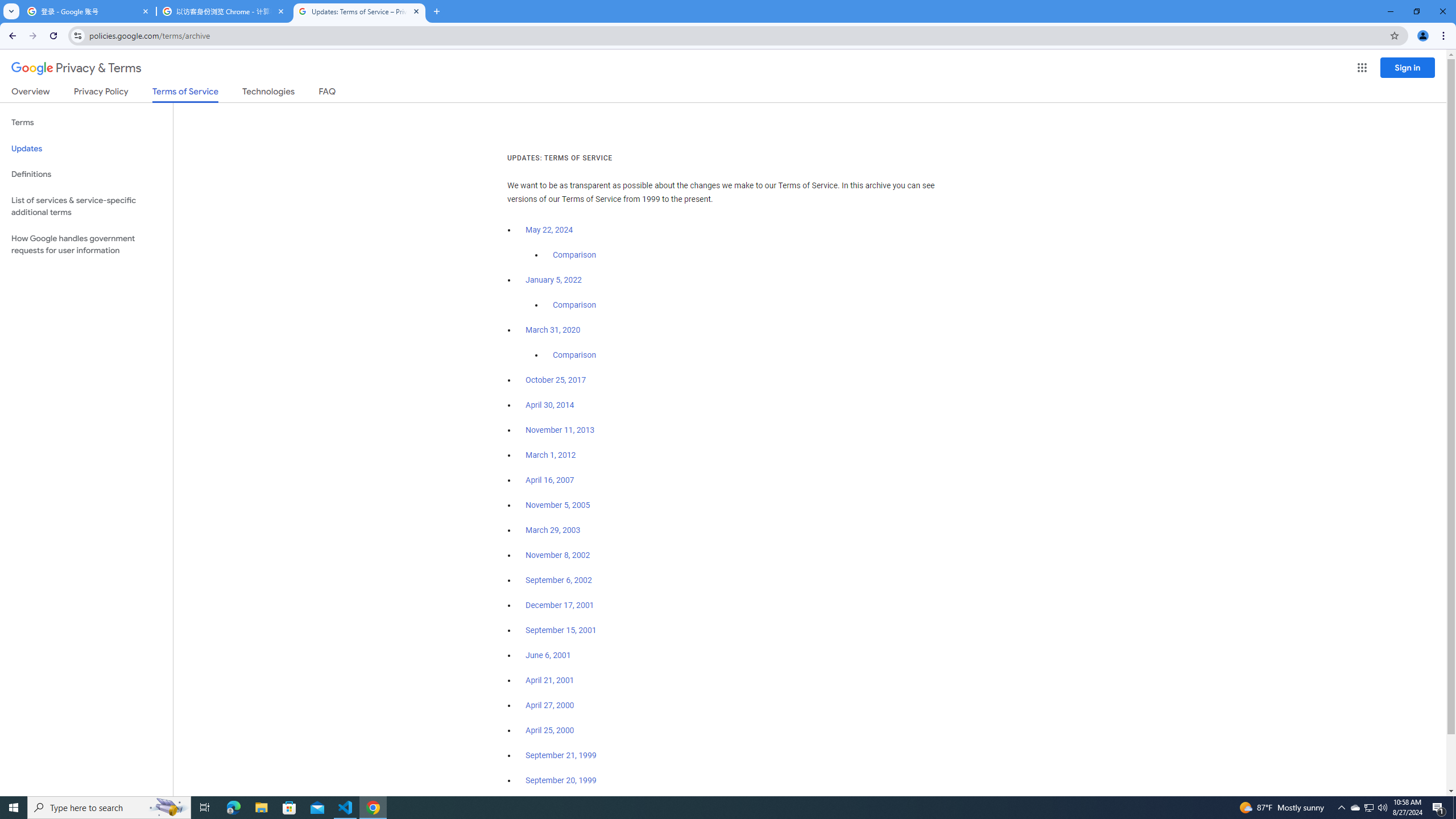 The height and width of the screenshot is (819, 1456). I want to click on 'December 17, 2001', so click(559, 605).